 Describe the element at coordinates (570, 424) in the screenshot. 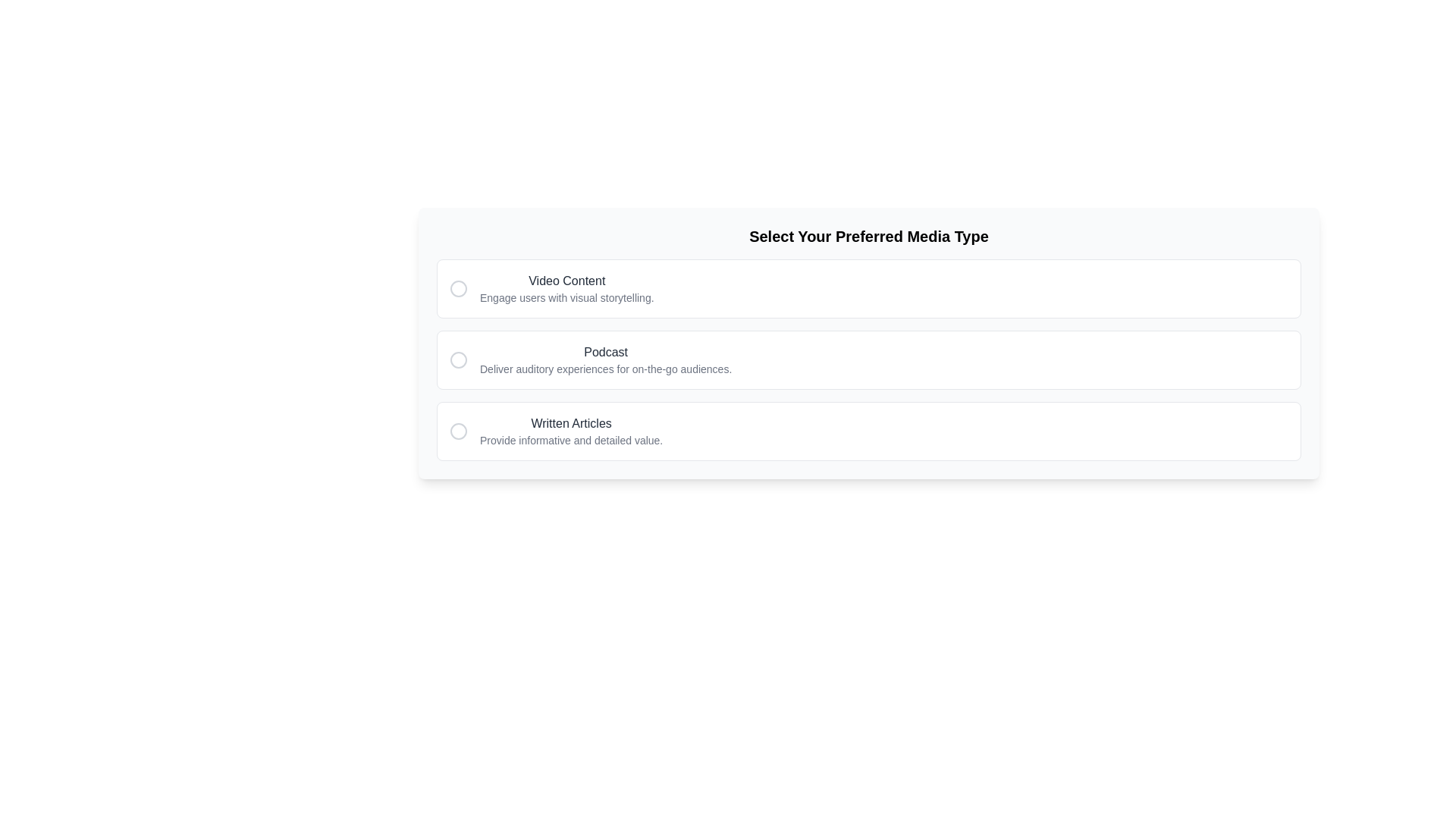

I see `the 'Written Articles' label, which is a textual component in medium gray font, located in the third option of a vertical list within the 'Select Your Preferred Media Type' form` at that location.